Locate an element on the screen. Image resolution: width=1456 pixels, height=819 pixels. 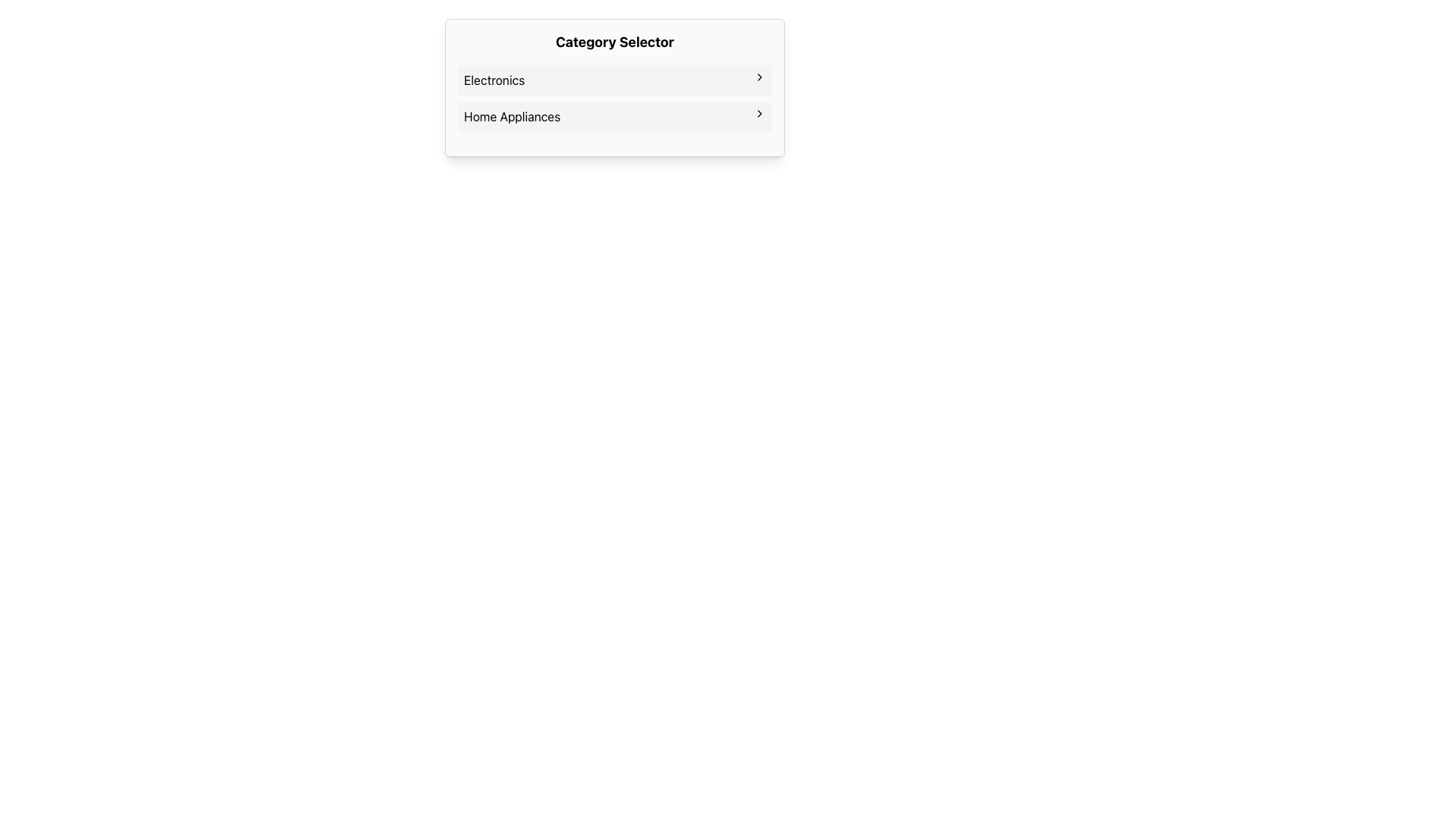
the navigation icon located at the end of the 'Electronics' option in the 'Category Selector' list is located at coordinates (760, 77).